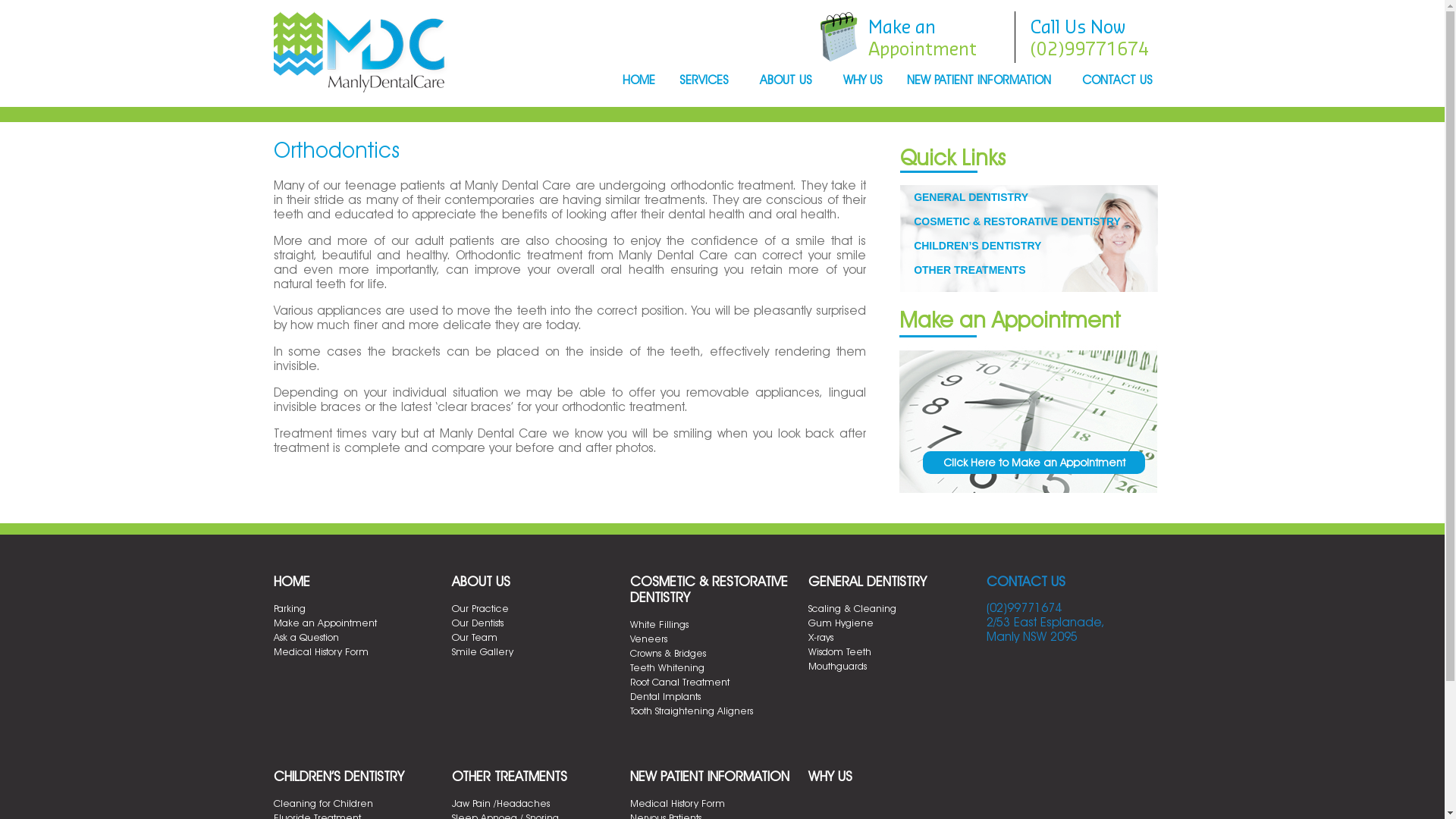 The width and height of the screenshot is (1456, 819). Describe the element at coordinates (678, 680) in the screenshot. I see `'Root Canal Treatment'` at that location.